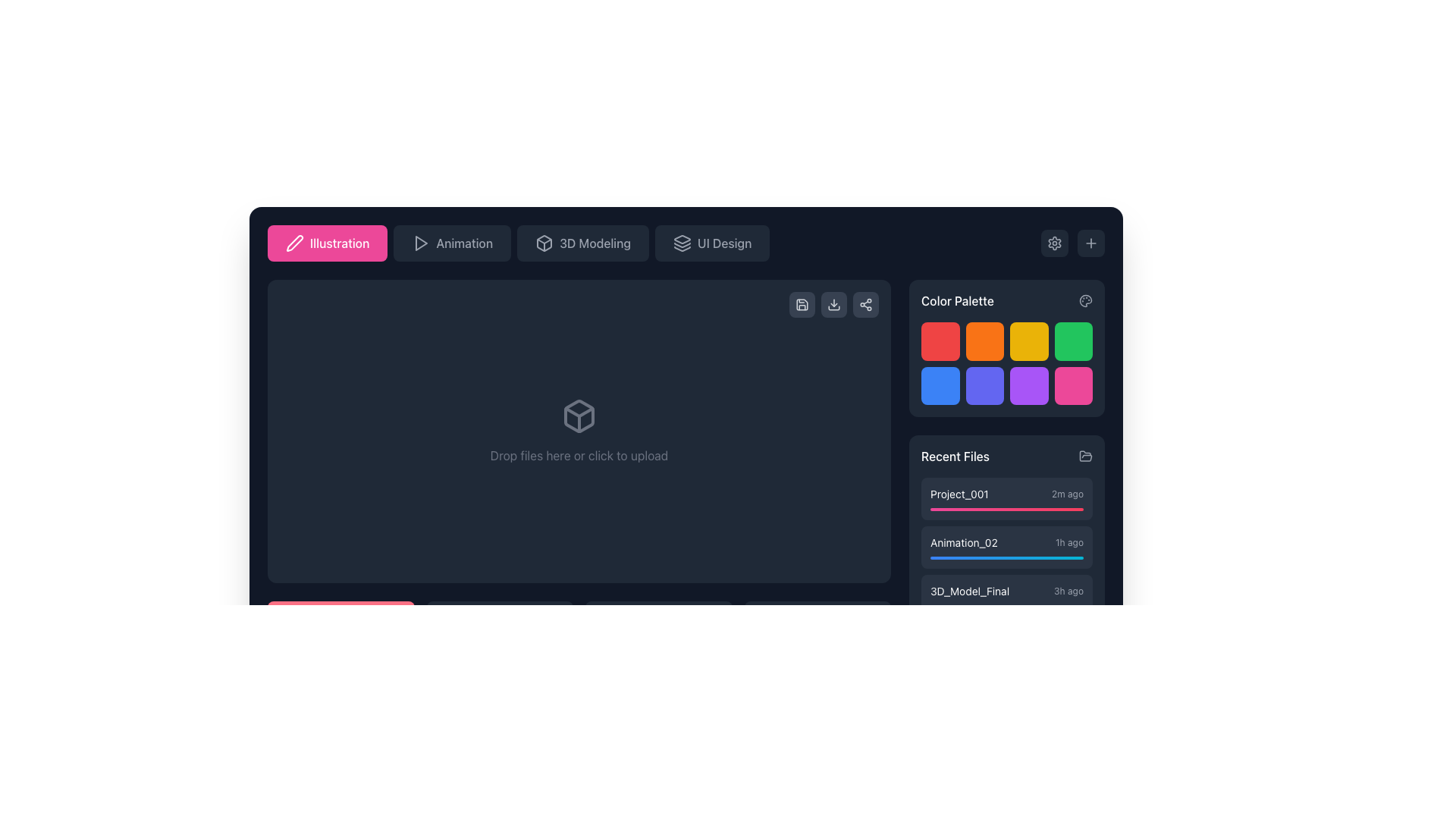 This screenshot has height=819, width=1456. Describe the element at coordinates (1007, 348) in the screenshot. I see `the color swatch in the upper-right color chooser grid` at that location.